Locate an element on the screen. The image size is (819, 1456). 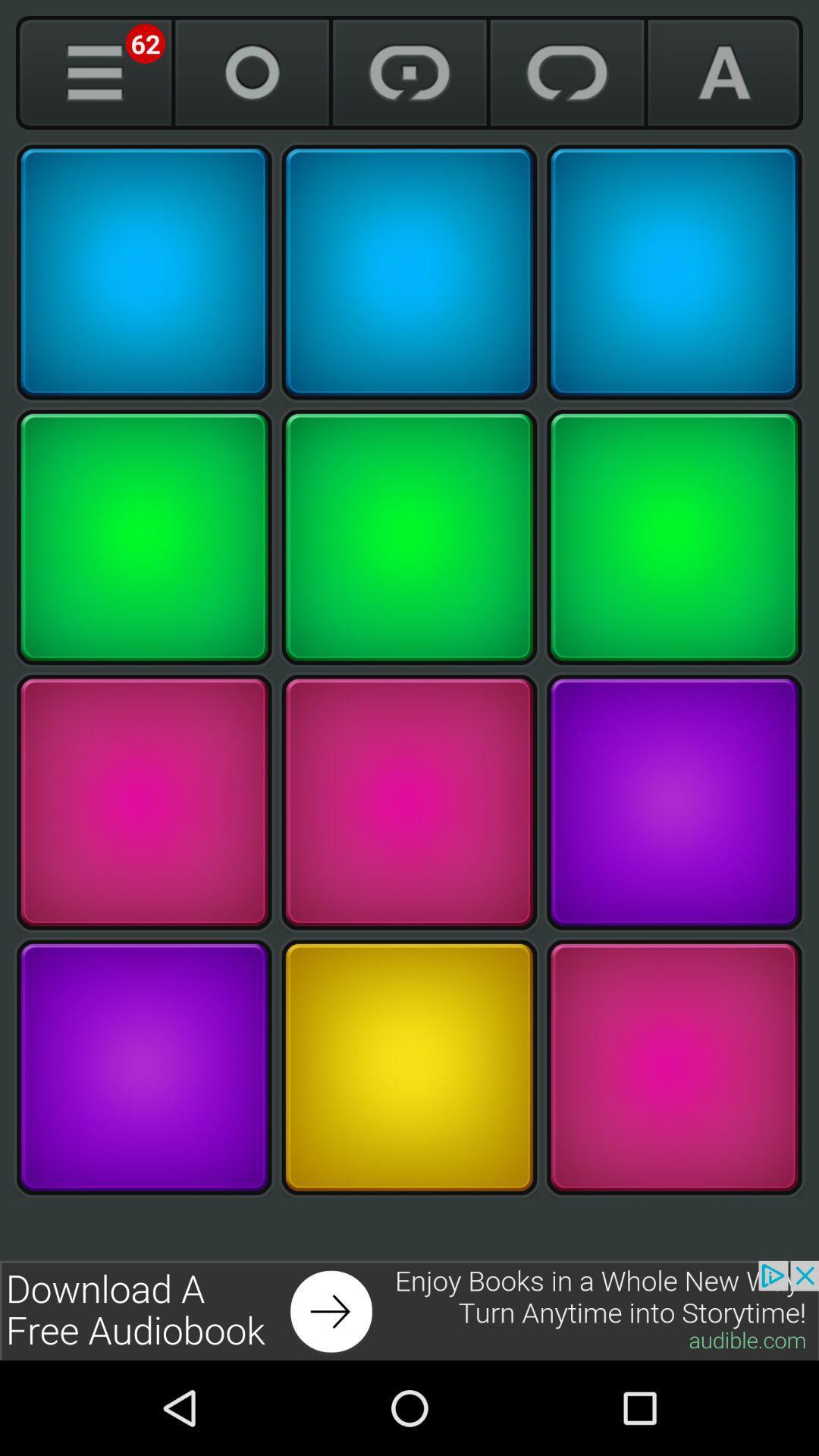
follow advertisement link is located at coordinates (409, 1310).